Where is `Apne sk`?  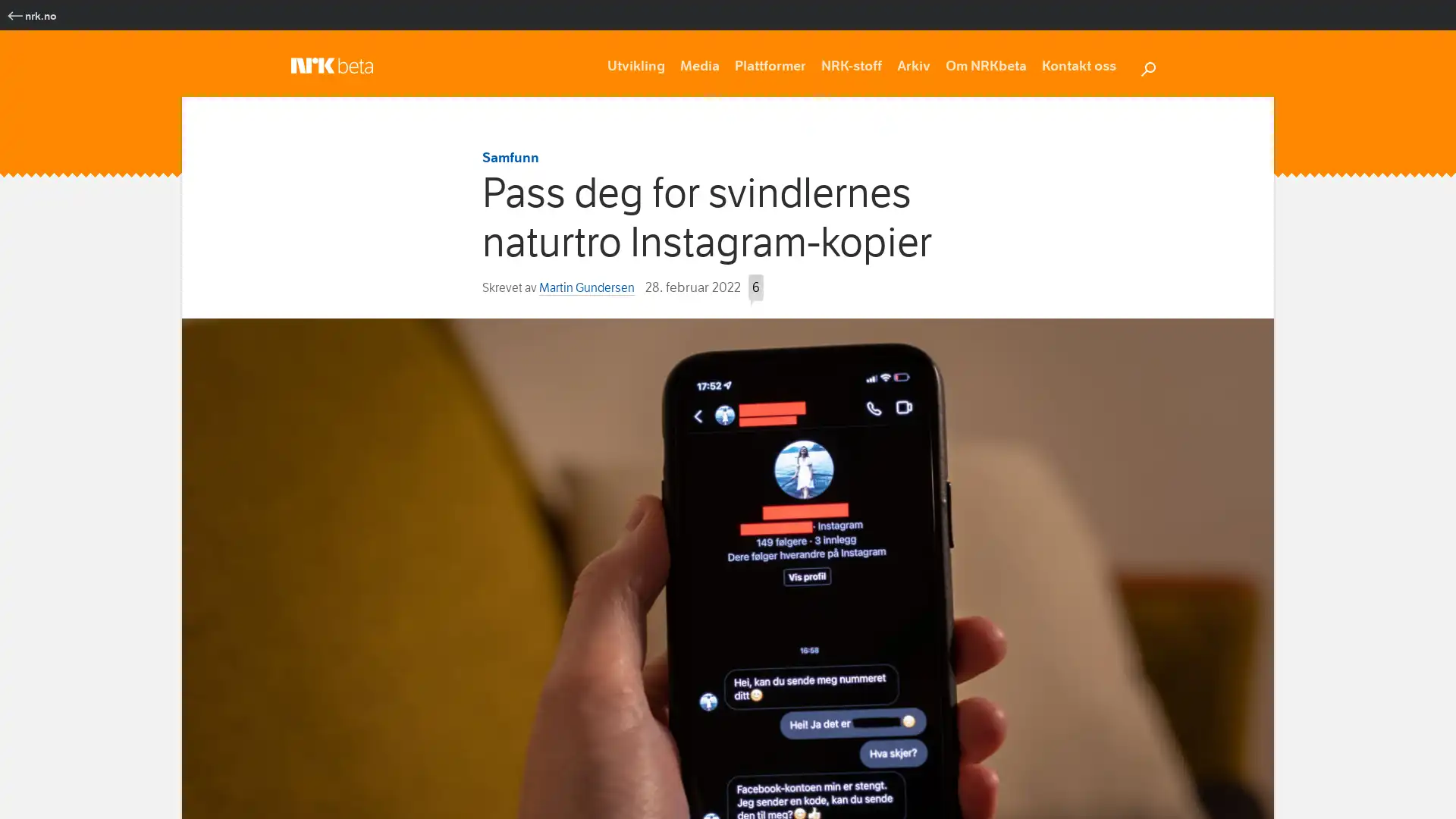 Apne sk is located at coordinates (1147, 66).